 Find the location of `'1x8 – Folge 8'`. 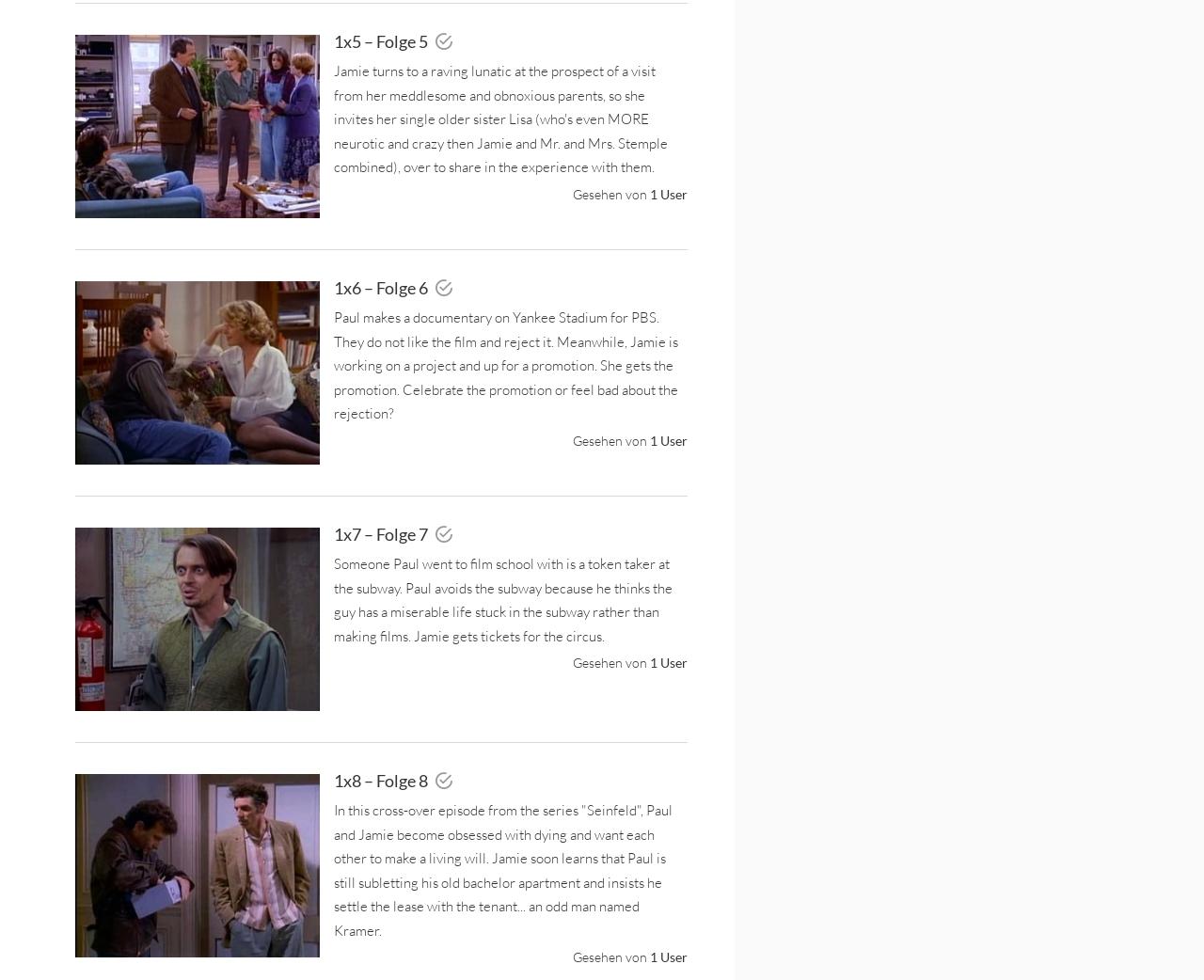

'1x8 – Folge 8' is located at coordinates (333, 780).